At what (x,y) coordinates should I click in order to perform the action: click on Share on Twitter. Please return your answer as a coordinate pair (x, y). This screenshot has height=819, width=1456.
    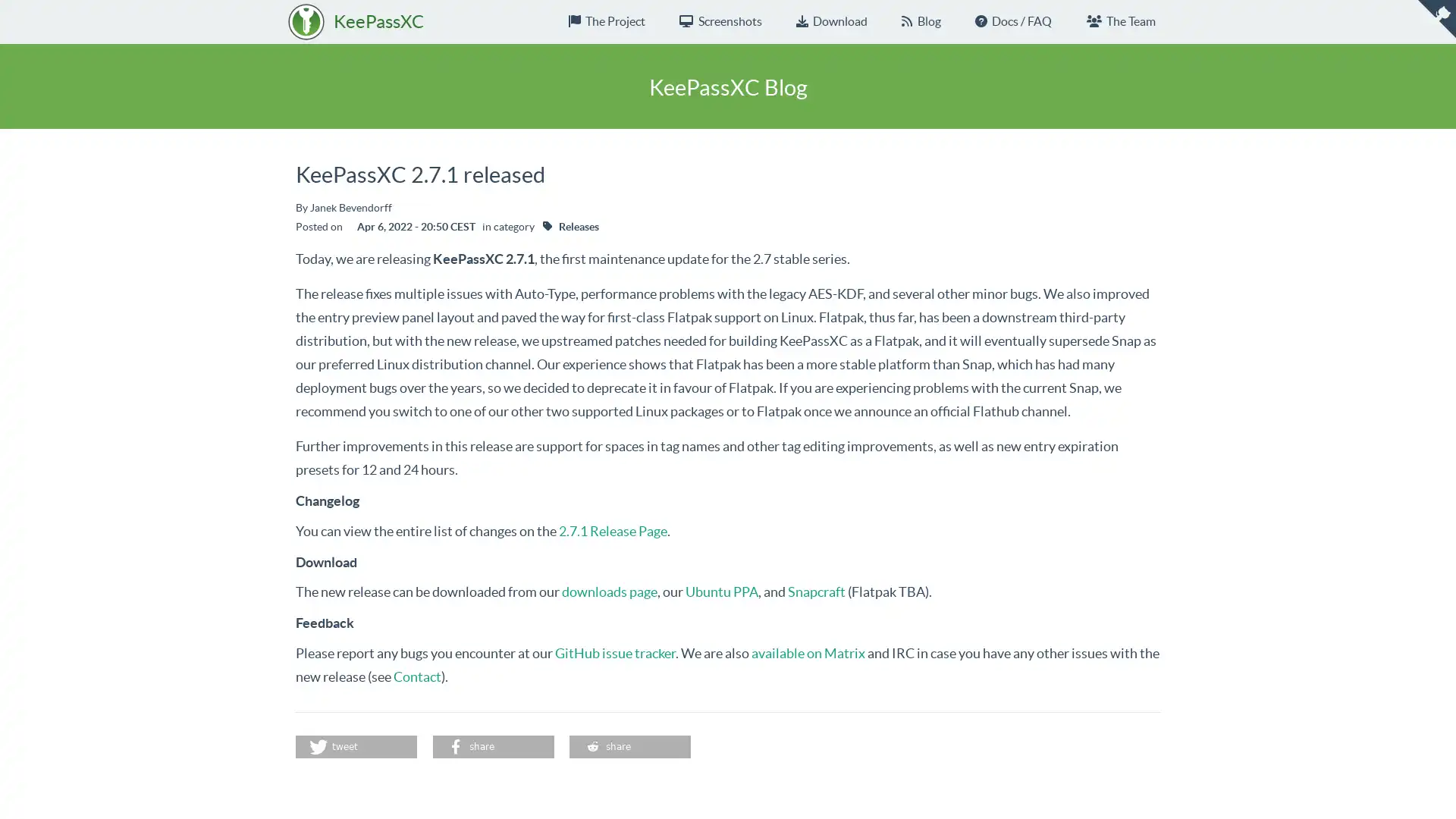
    Looking at the image, I should click on (356, 745).